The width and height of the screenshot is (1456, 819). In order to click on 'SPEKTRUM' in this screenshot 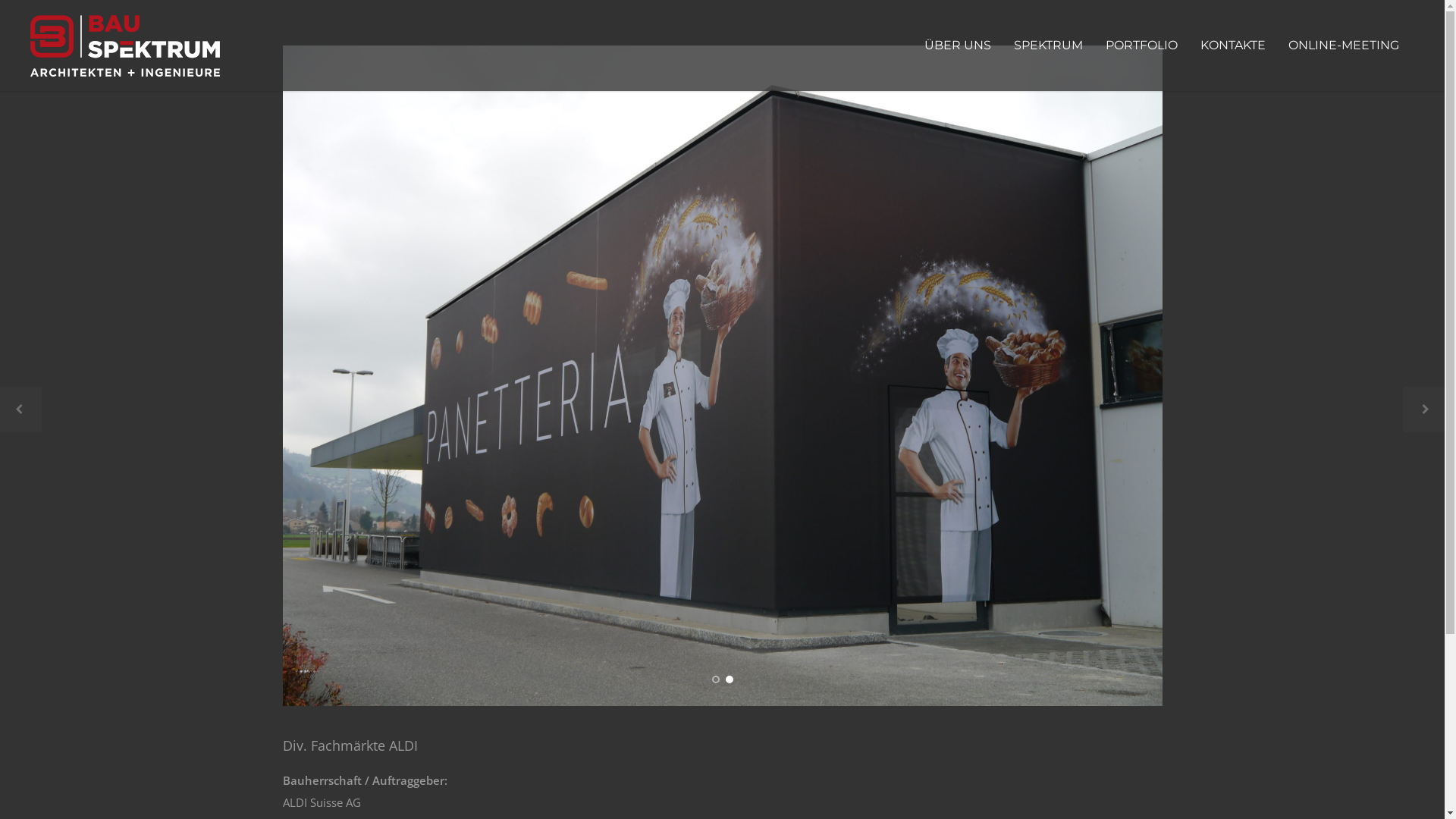, I will do `click(1002, 44)`.